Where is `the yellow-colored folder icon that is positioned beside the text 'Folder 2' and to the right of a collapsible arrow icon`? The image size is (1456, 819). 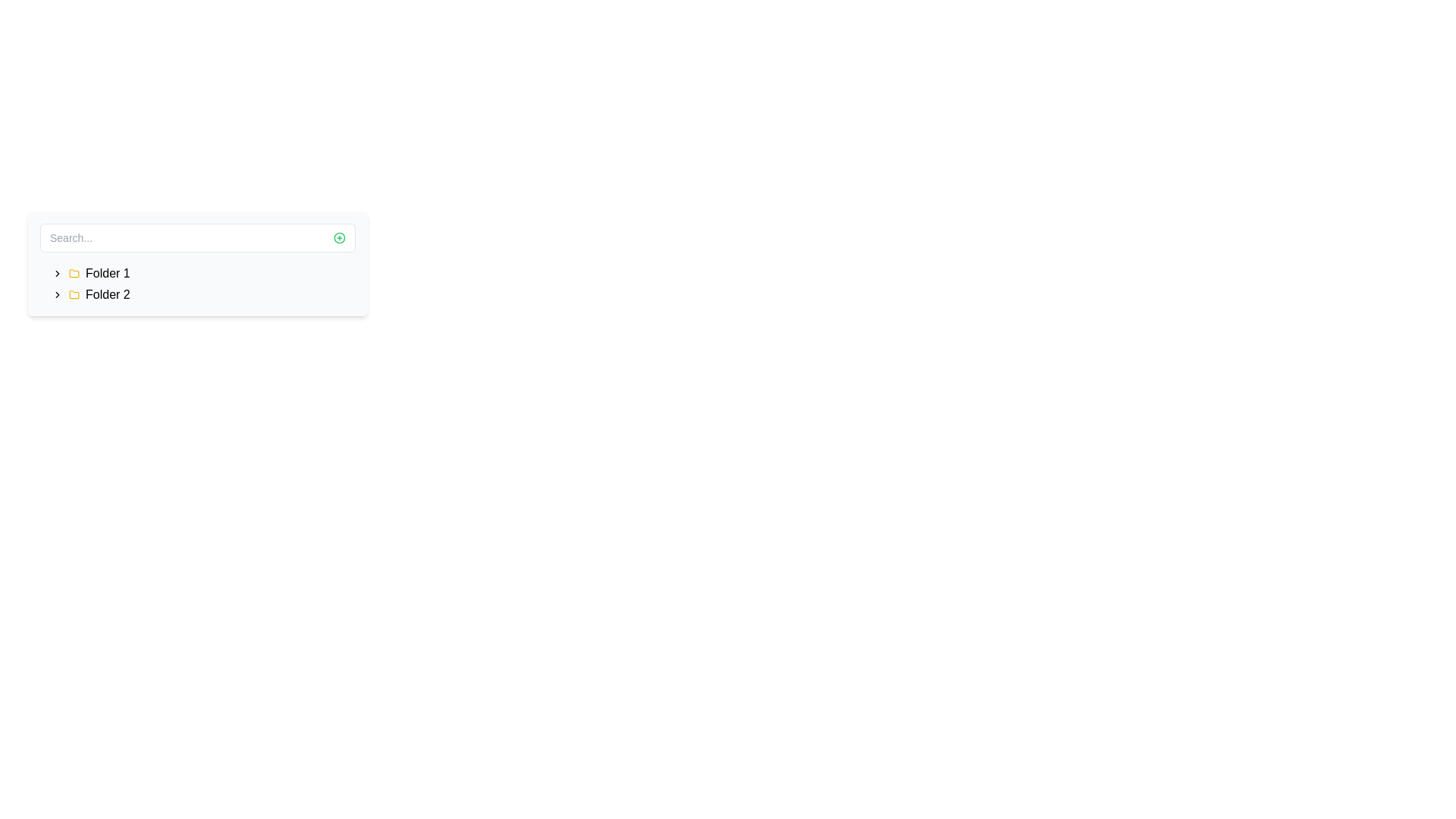
the yellow-colored folder icon that is positioned beside the text 'Folder 2' and to the right of a collapsible arrow icon is located at coordinates (73, 295).